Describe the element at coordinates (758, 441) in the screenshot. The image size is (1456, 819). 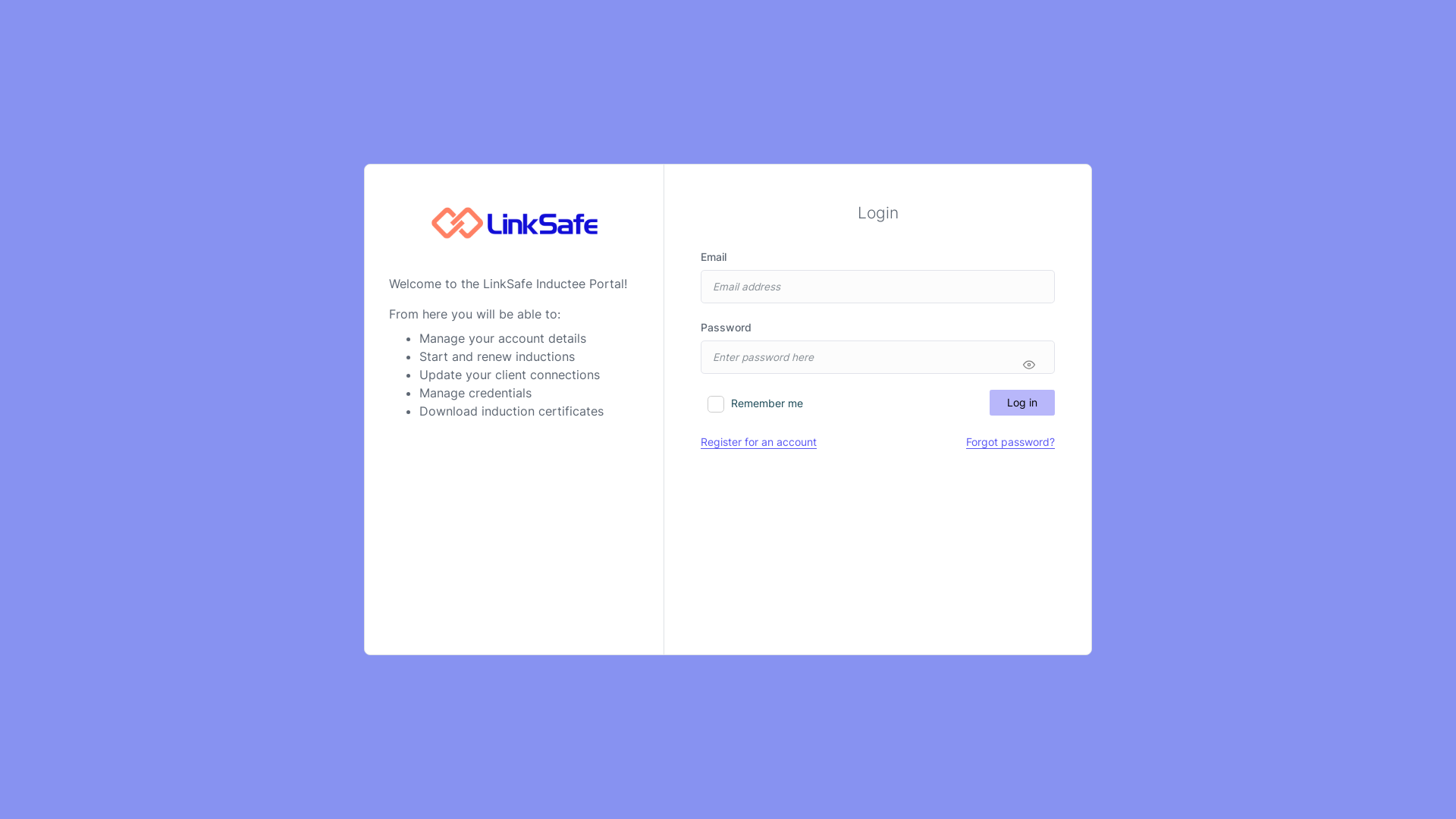
I see `'Register for an account'` at that location.